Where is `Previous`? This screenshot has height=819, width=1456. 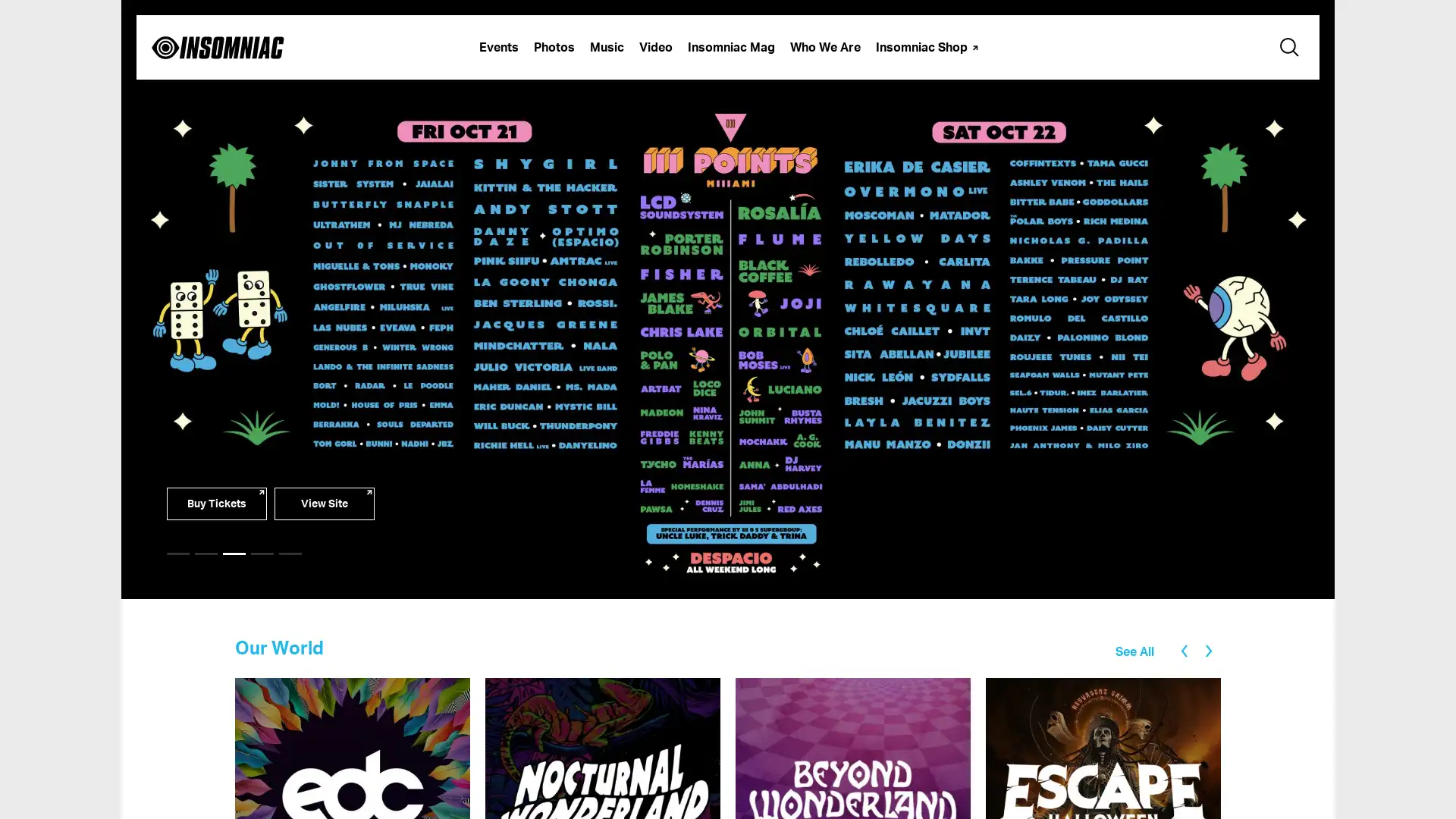 Previous is located at coordinates (1178, 648).